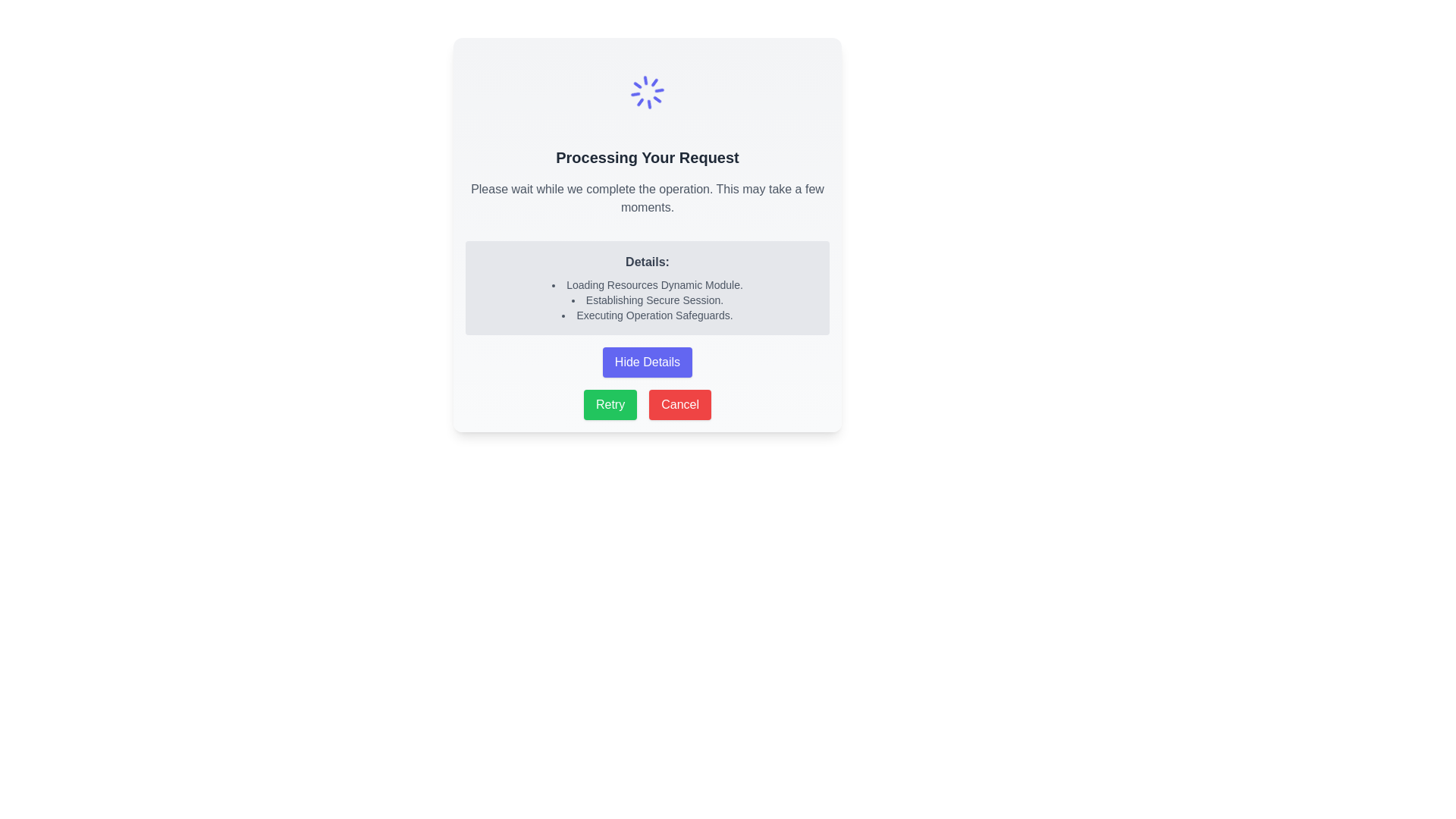  Describe the element at coordinates (648, 284) in the screenshot. I see `the static text 'Loading Resources Dynamic Module.' which is the first item in a bulleted list under the 'Processing Your Request' header` at that location.